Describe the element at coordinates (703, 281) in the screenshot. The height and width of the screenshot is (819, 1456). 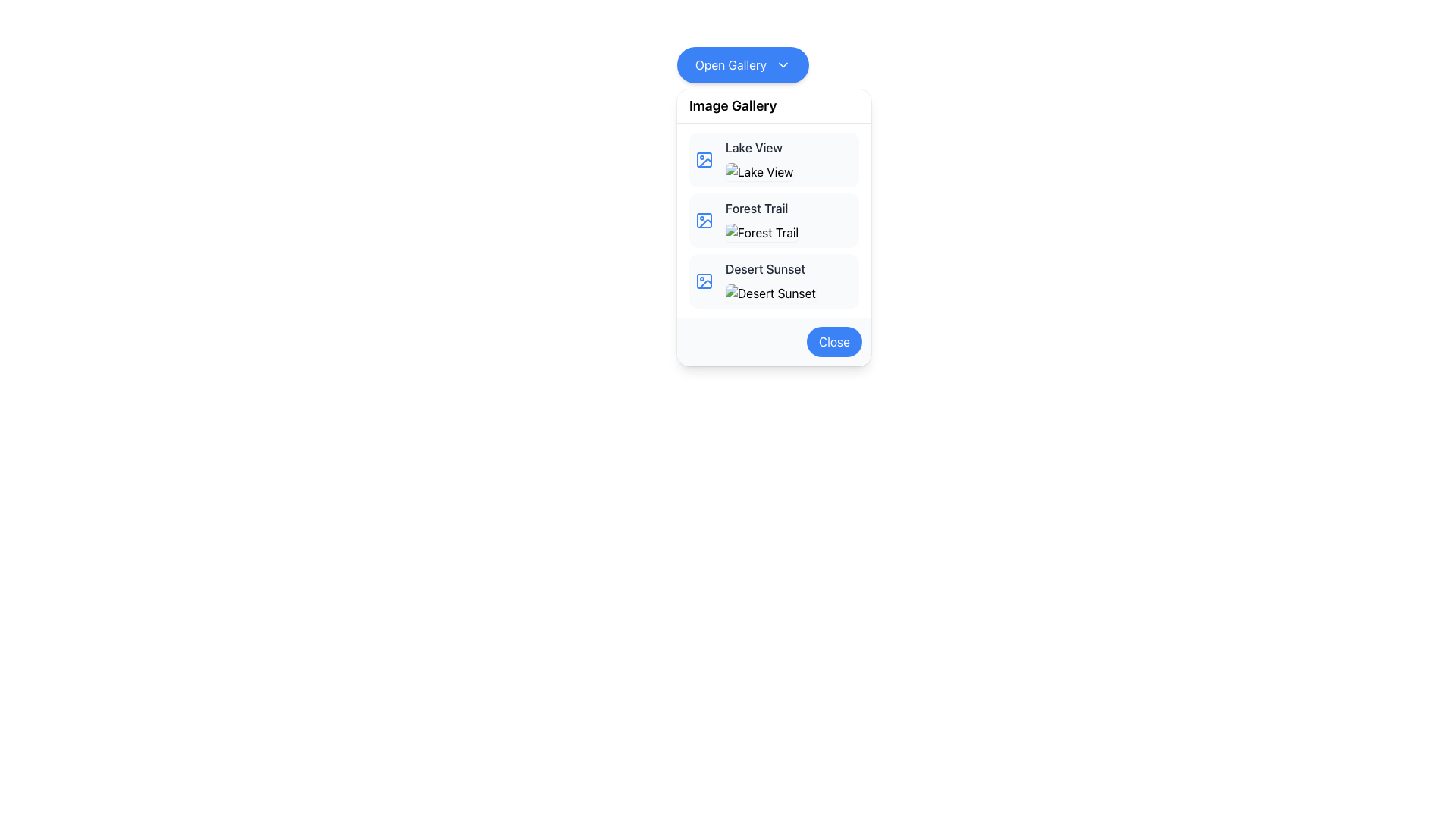
I see `the icon for the image file associated with the gallery item 'Desert Sunset', which is located in the third row of the gallery list, to the left of the text 'Desert Sunset'` at that location.